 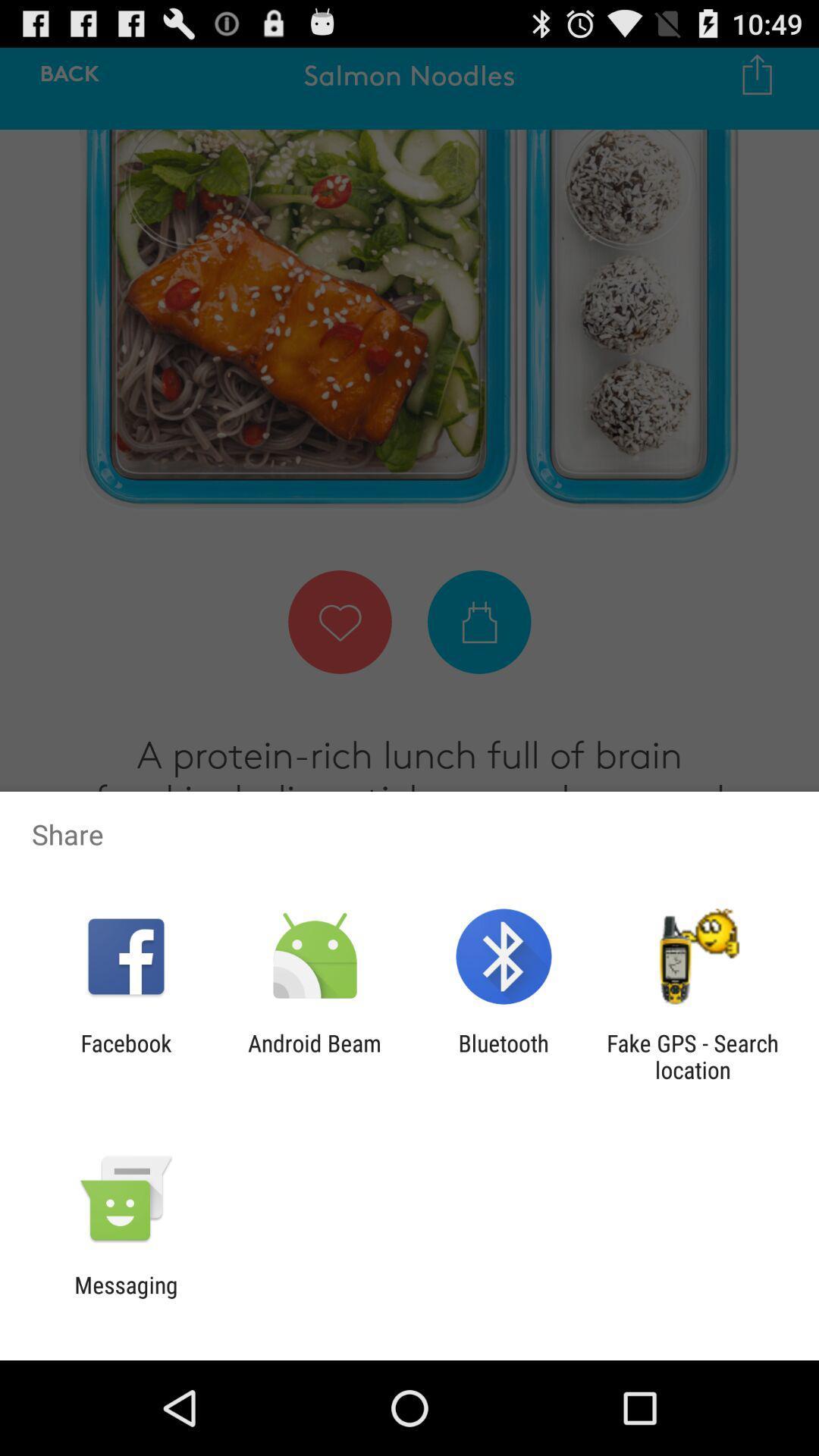 I want to click on the bluetooth item, so click(x=504, y=1056).